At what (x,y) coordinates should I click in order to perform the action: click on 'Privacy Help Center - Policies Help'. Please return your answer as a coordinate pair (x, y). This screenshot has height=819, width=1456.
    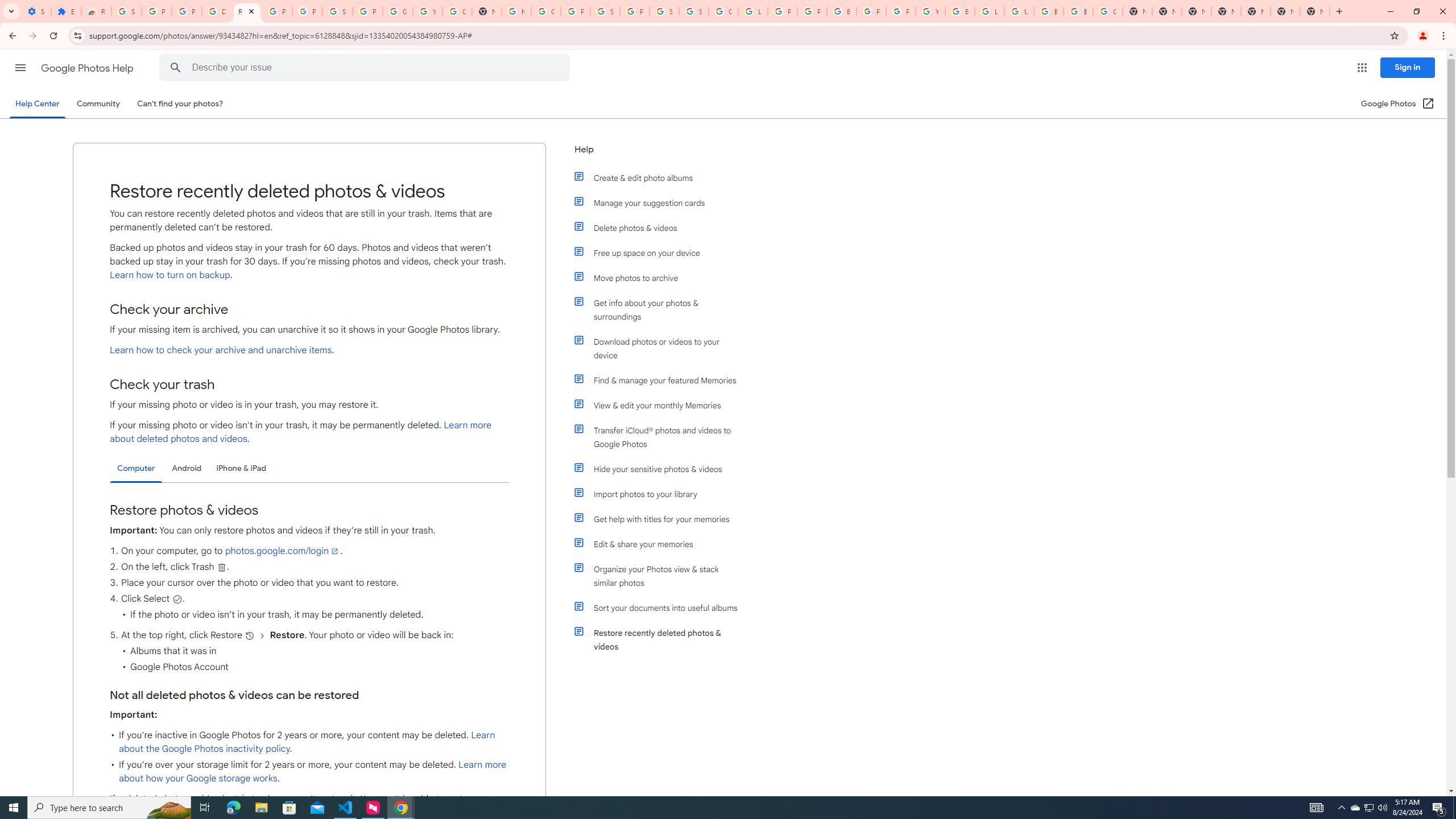
    Looking at the image, I should click on (811, 11).